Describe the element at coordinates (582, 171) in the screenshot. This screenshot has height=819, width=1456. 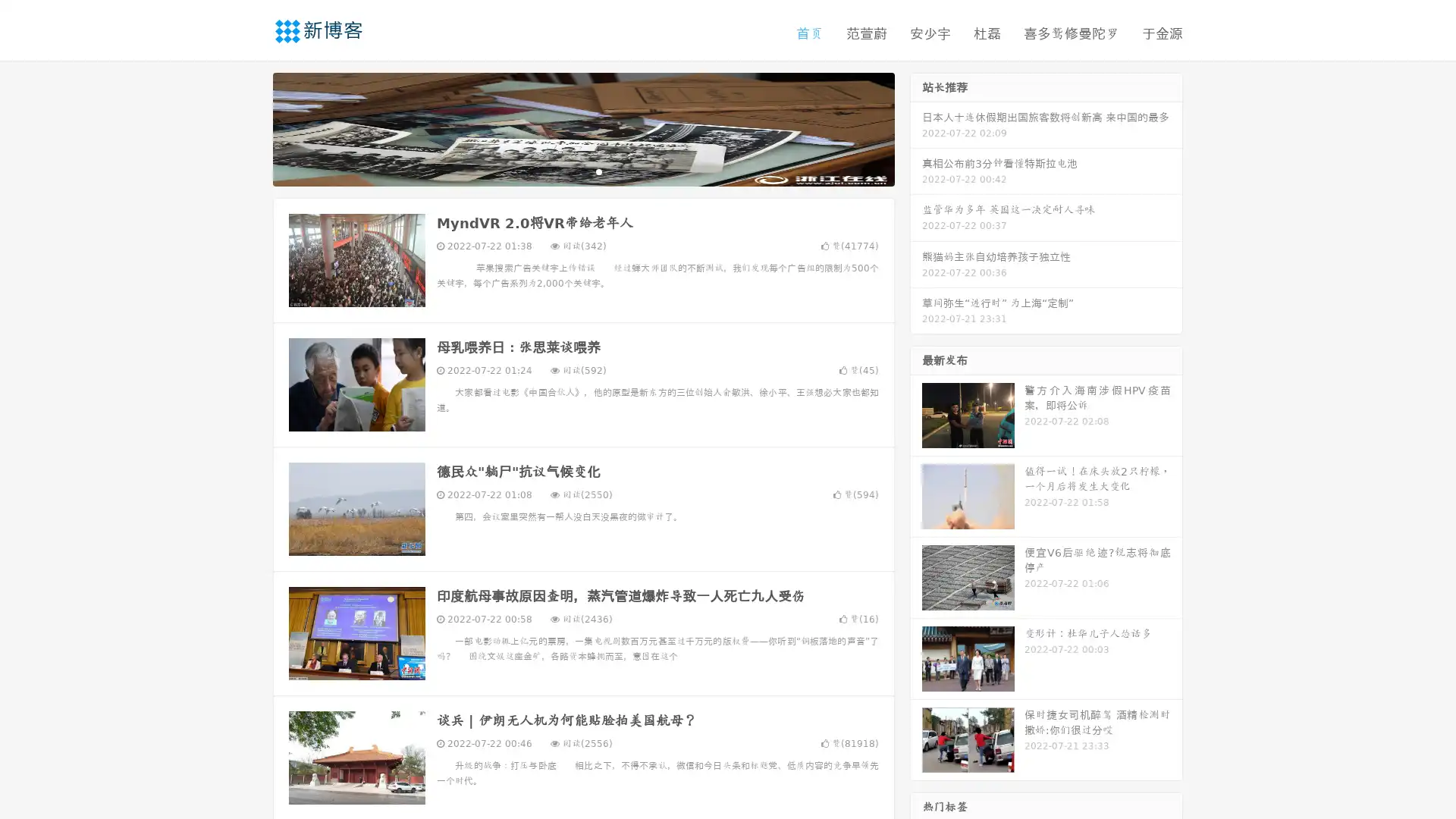
I see `Go to slide 2` at that location.